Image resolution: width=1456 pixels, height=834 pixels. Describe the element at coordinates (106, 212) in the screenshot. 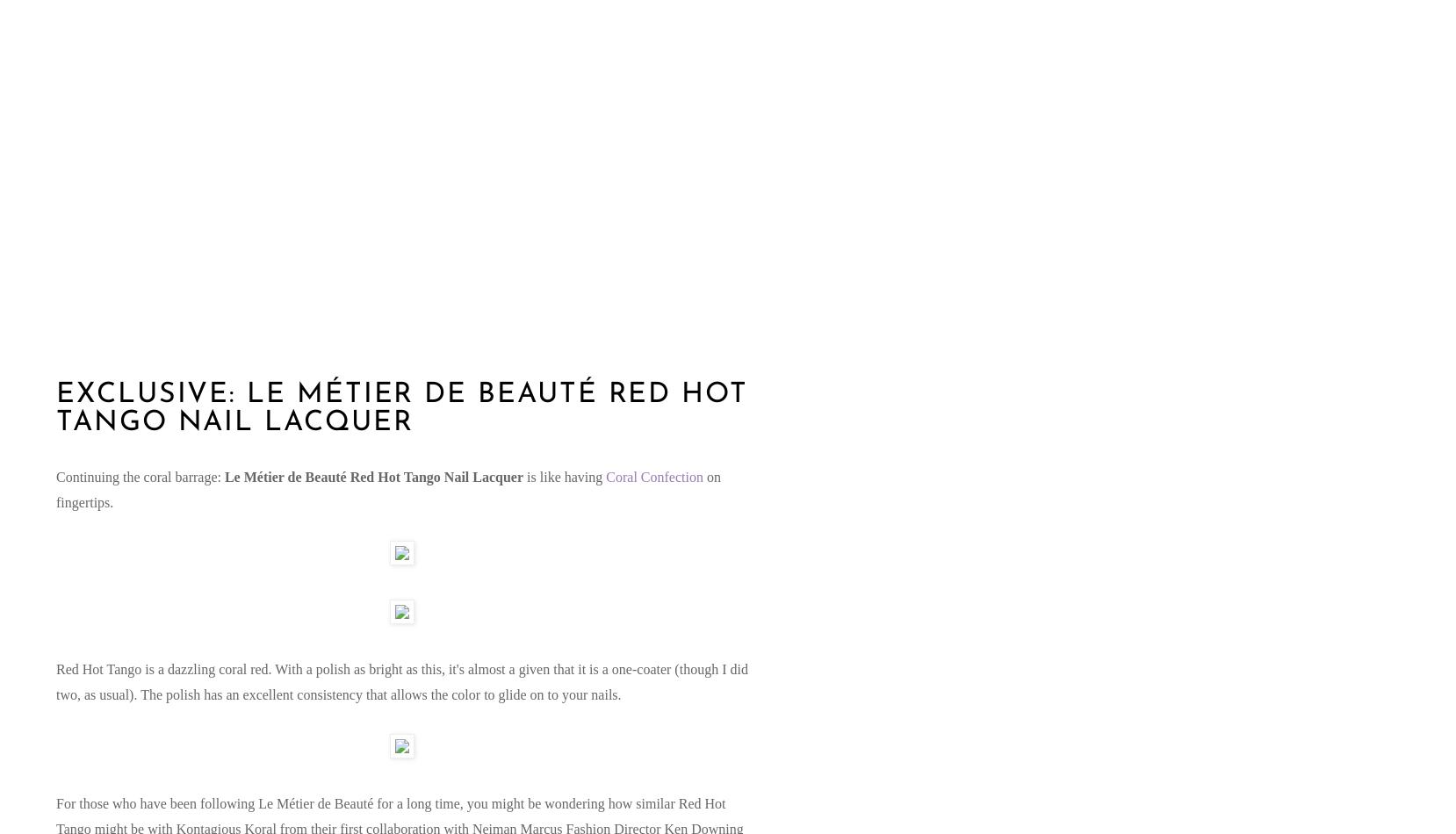

I see `'Advertise/PR'` at that location.